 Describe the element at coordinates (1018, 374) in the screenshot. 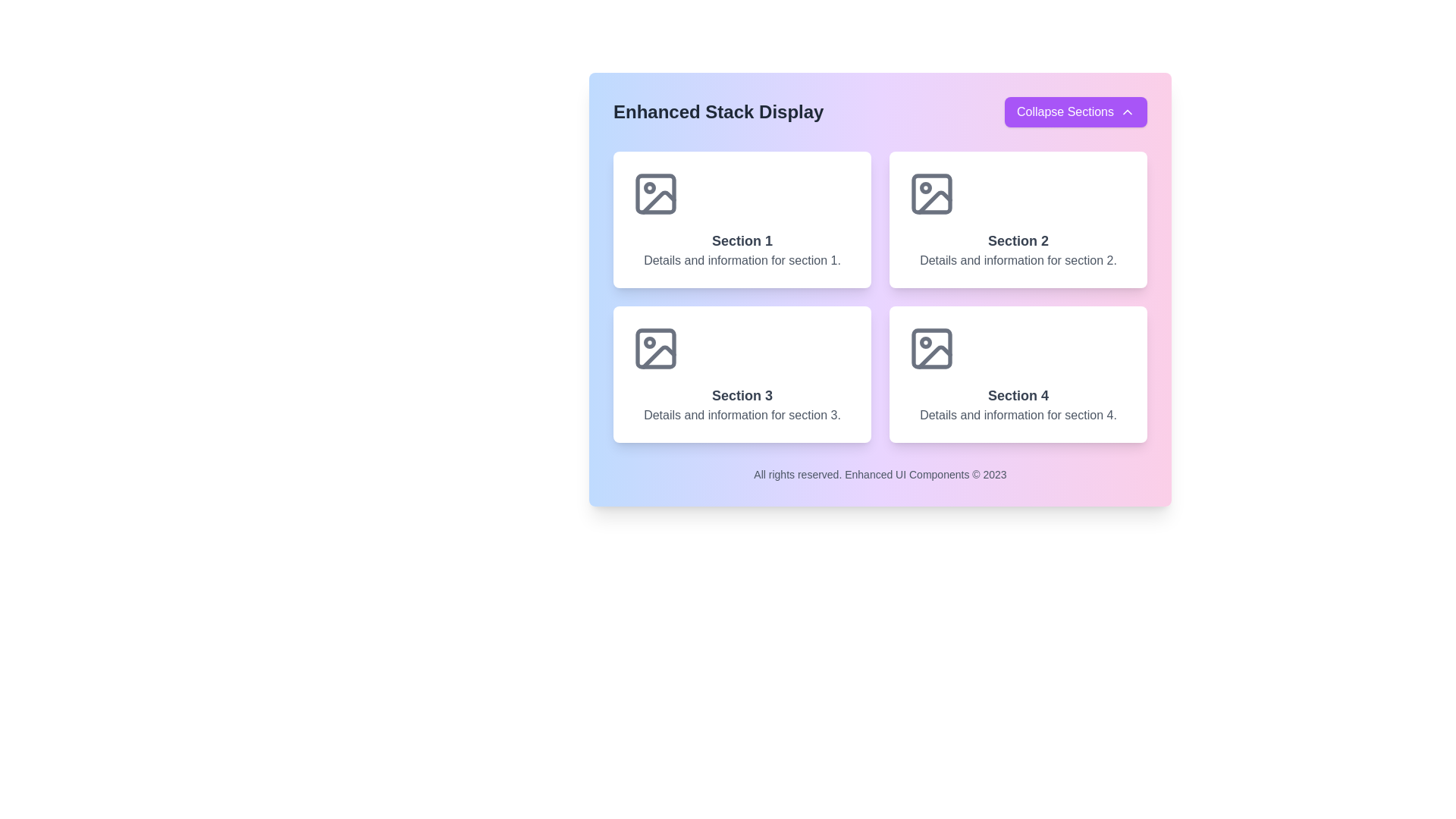

I see `the Card Component presenting information about 'Section 4', located in the bottom-right quadrant of the grid layout` at that location.